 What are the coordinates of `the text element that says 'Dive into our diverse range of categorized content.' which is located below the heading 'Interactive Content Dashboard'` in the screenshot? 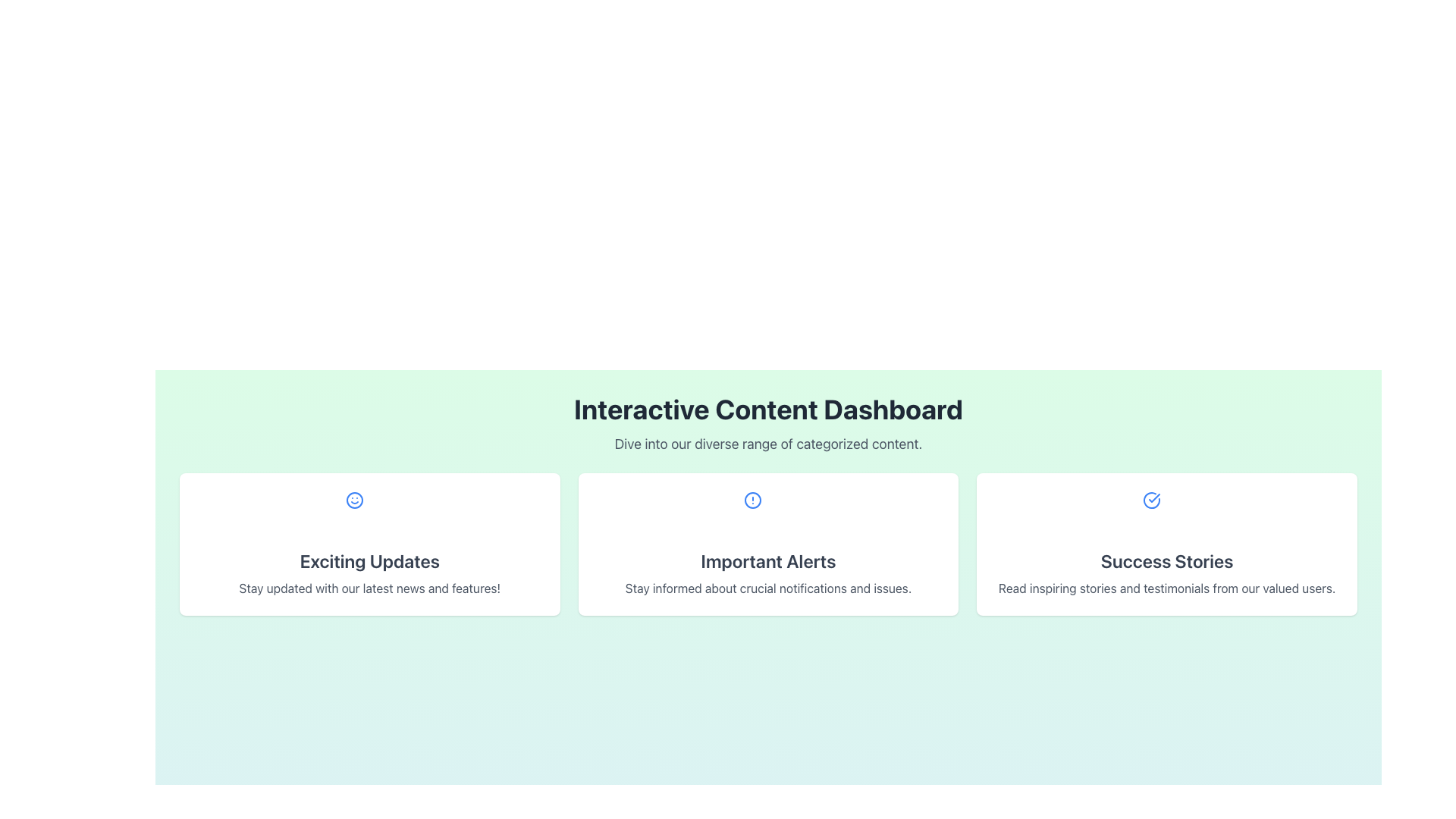 It's located at (768, 444).